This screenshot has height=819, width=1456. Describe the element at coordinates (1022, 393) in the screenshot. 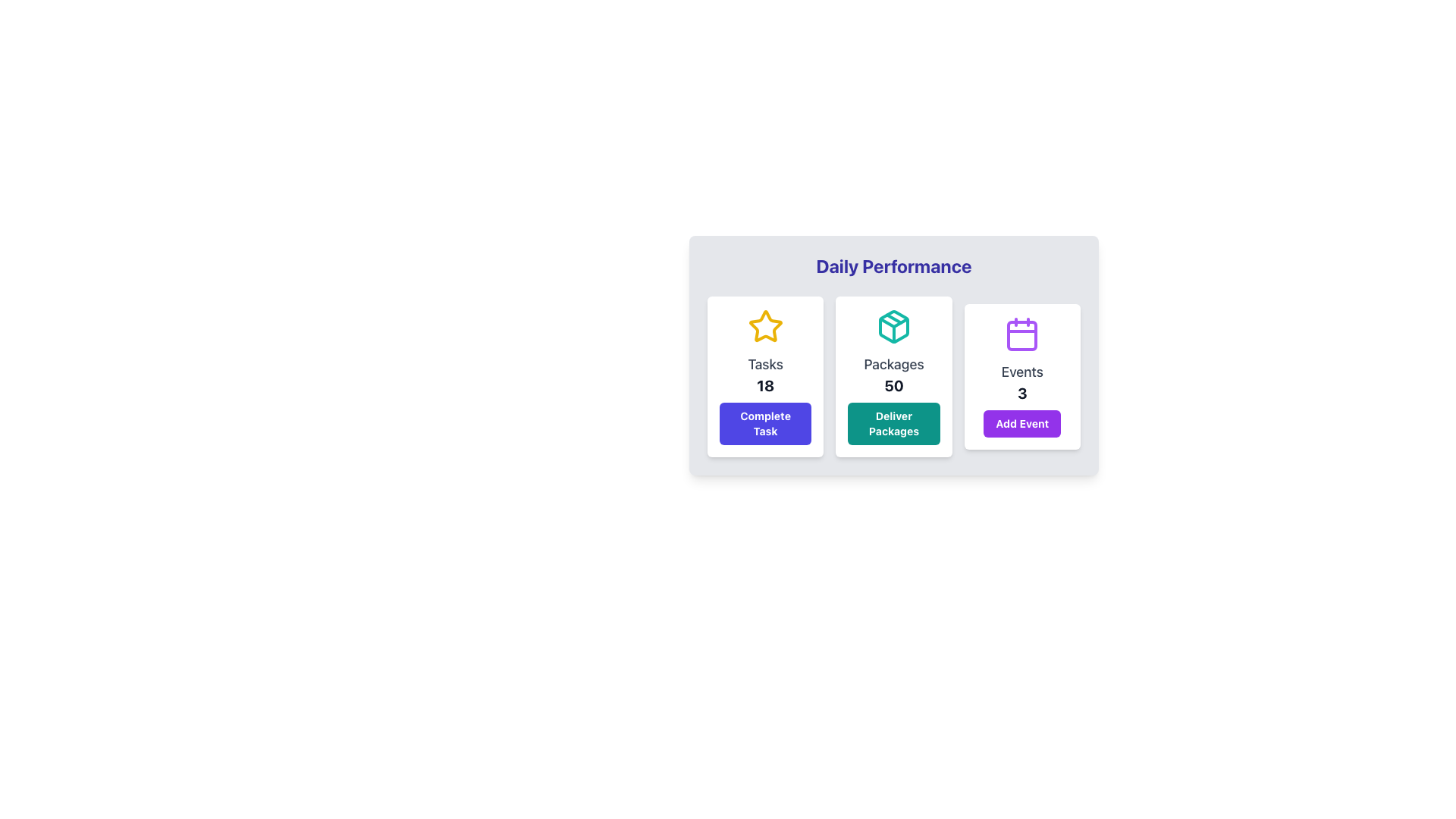

I see `the bold numeral '3' located in the 'Events' section of the performance dashboard, positioned below the section header and above the 'Add Event' button` at that location.